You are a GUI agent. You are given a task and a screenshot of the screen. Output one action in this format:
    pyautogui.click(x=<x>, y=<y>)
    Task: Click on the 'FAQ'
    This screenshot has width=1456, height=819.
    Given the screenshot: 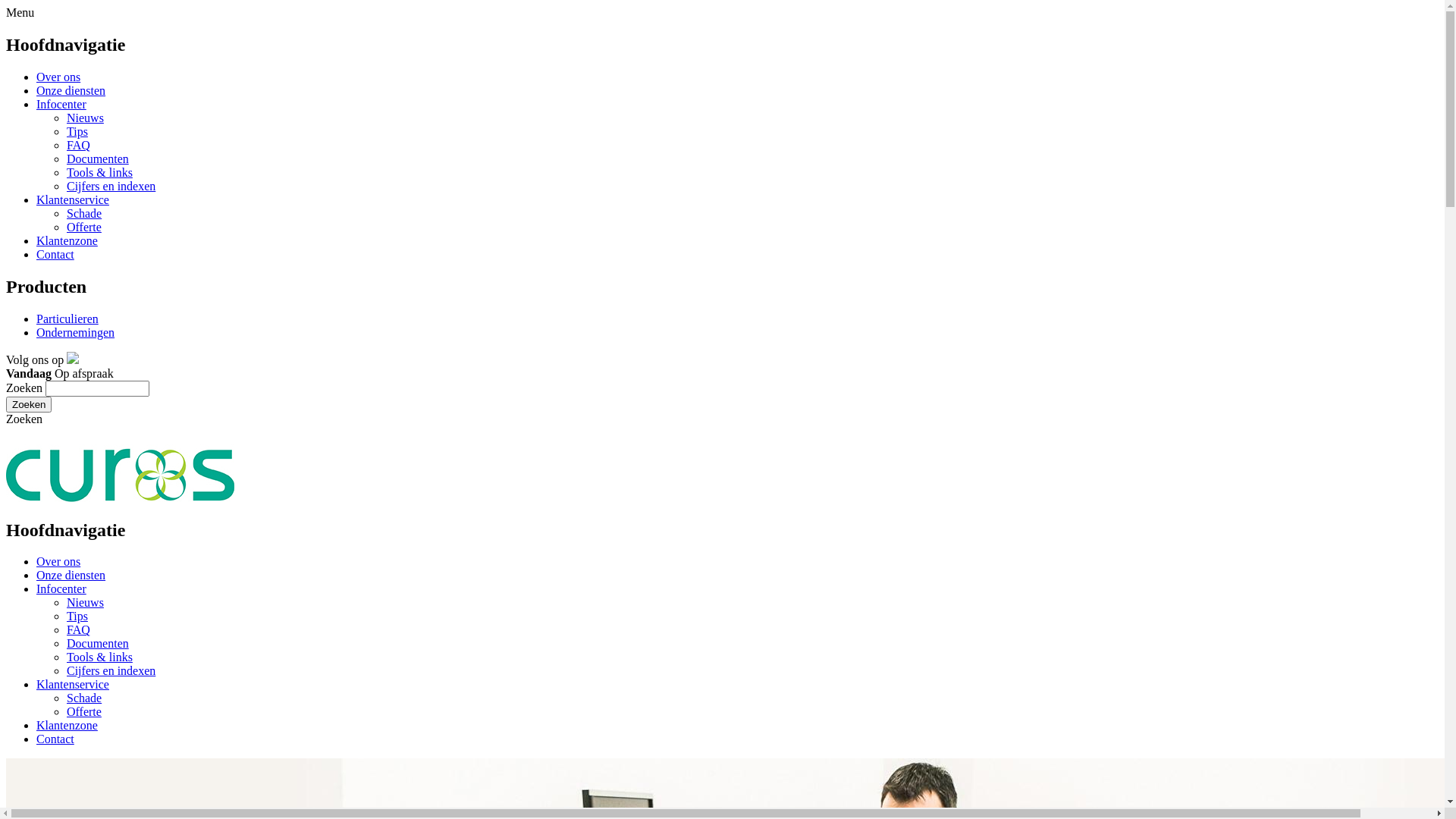 What is the action you would take?
    pyautogui.click(x=65, y=145)
    